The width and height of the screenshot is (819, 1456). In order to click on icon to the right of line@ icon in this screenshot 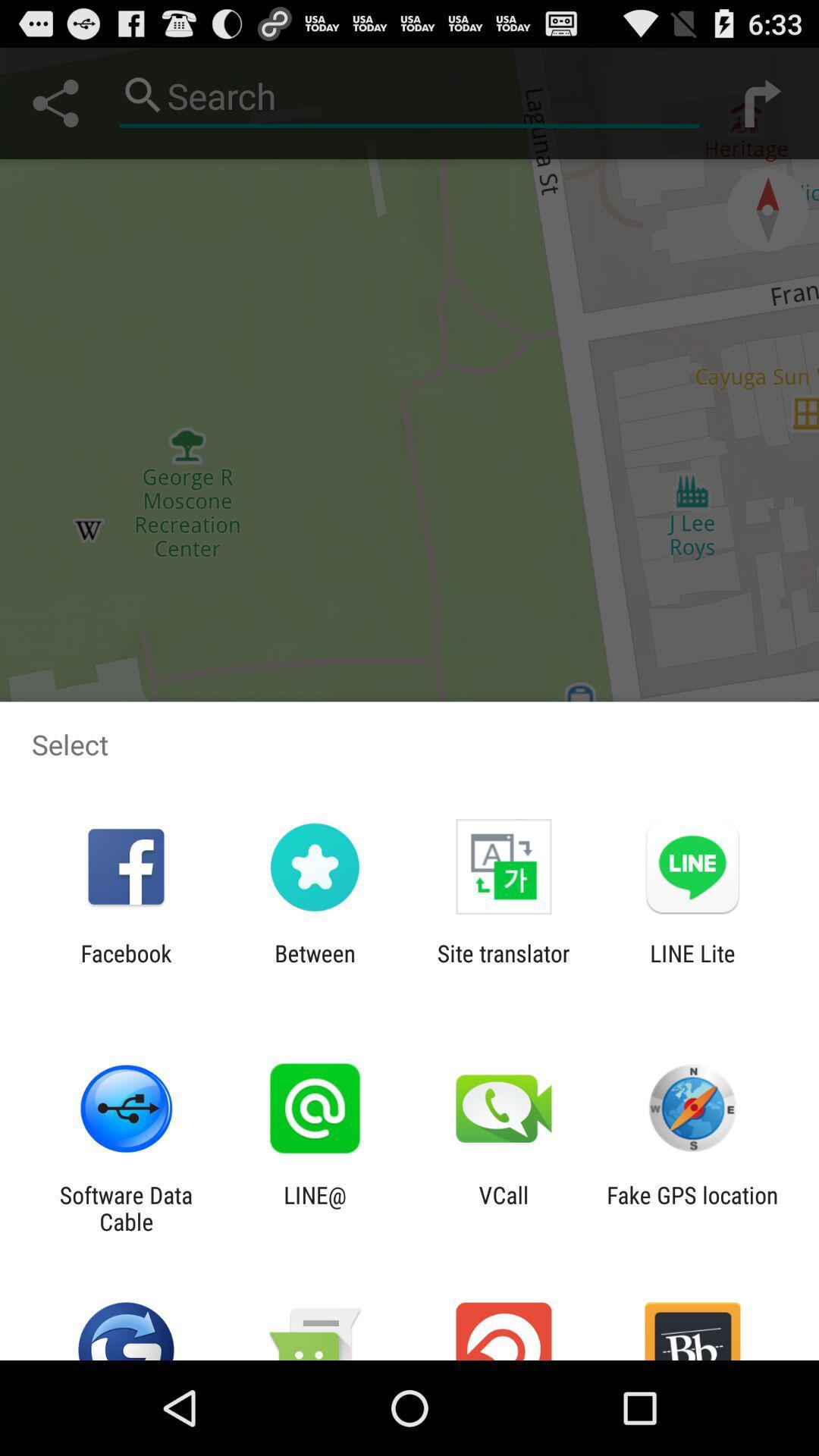, I will do `click(504, 1207)`.